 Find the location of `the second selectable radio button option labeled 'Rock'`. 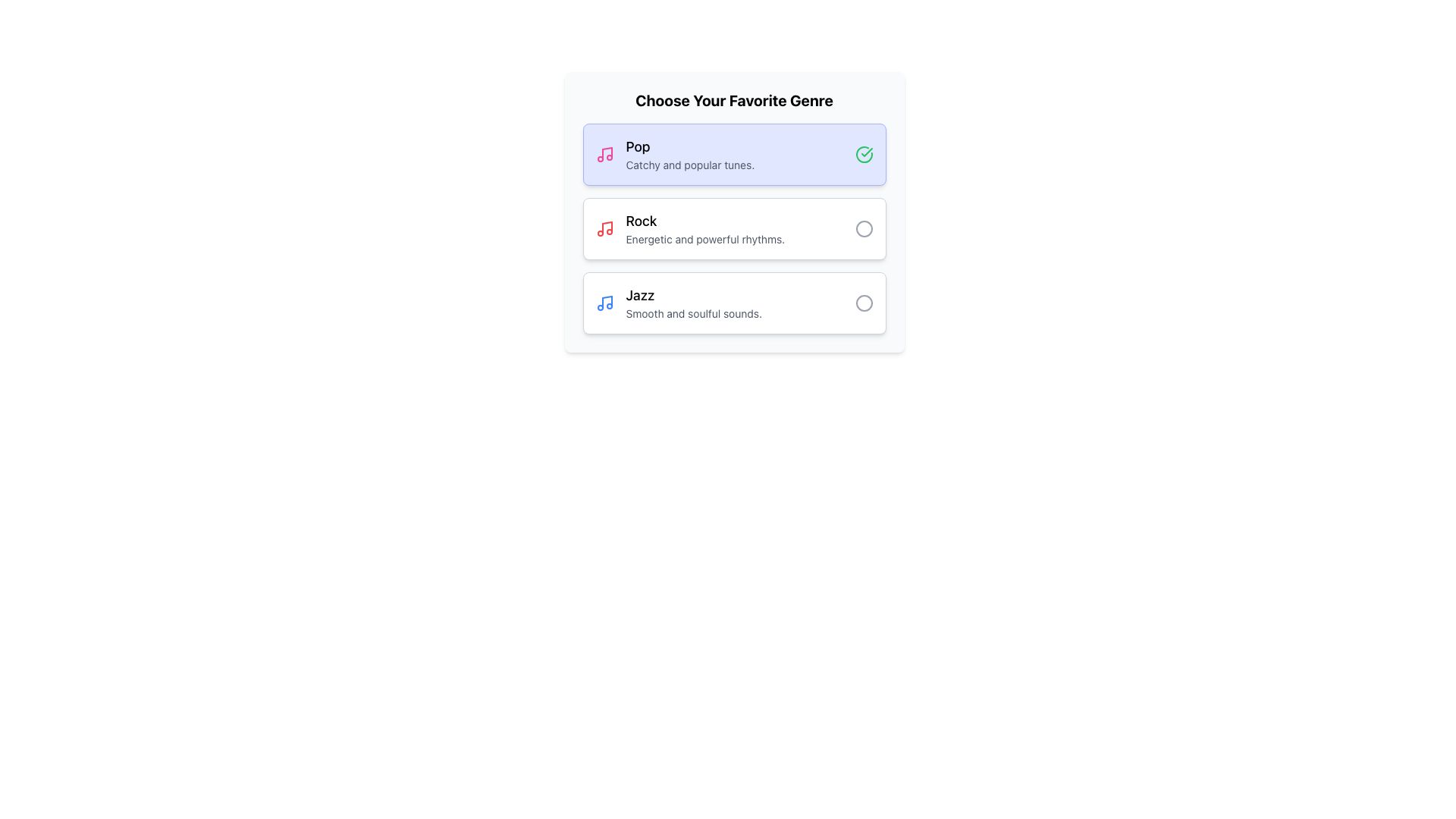

the second selectable radio button option labeled 'Rock' is located at coordinates (734, 212).